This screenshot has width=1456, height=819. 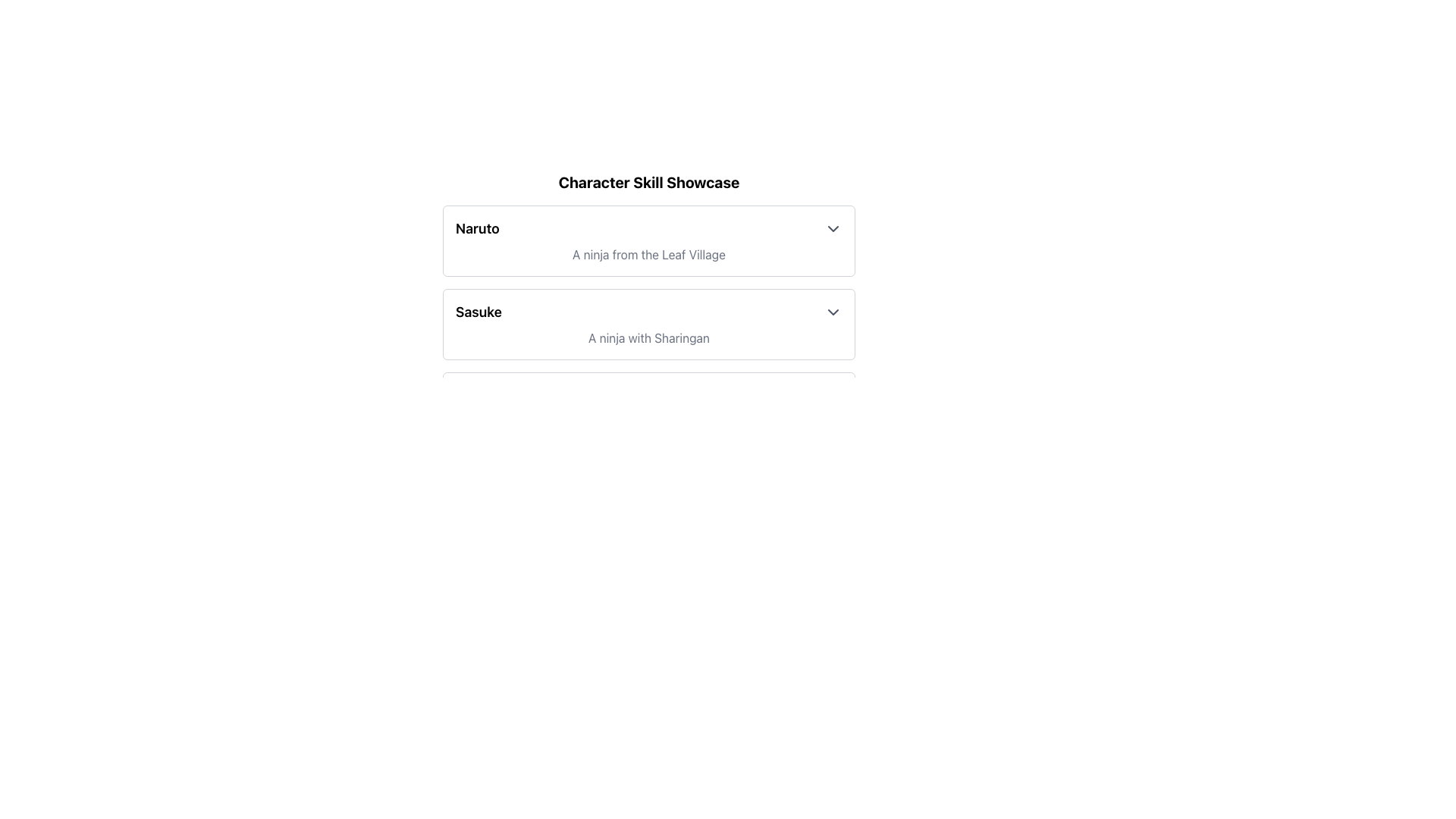 I want to click on the descriptive item titled 'Sasuke' with the subtitle 'A ninja with Sharingan', so click(x=648, y=324).